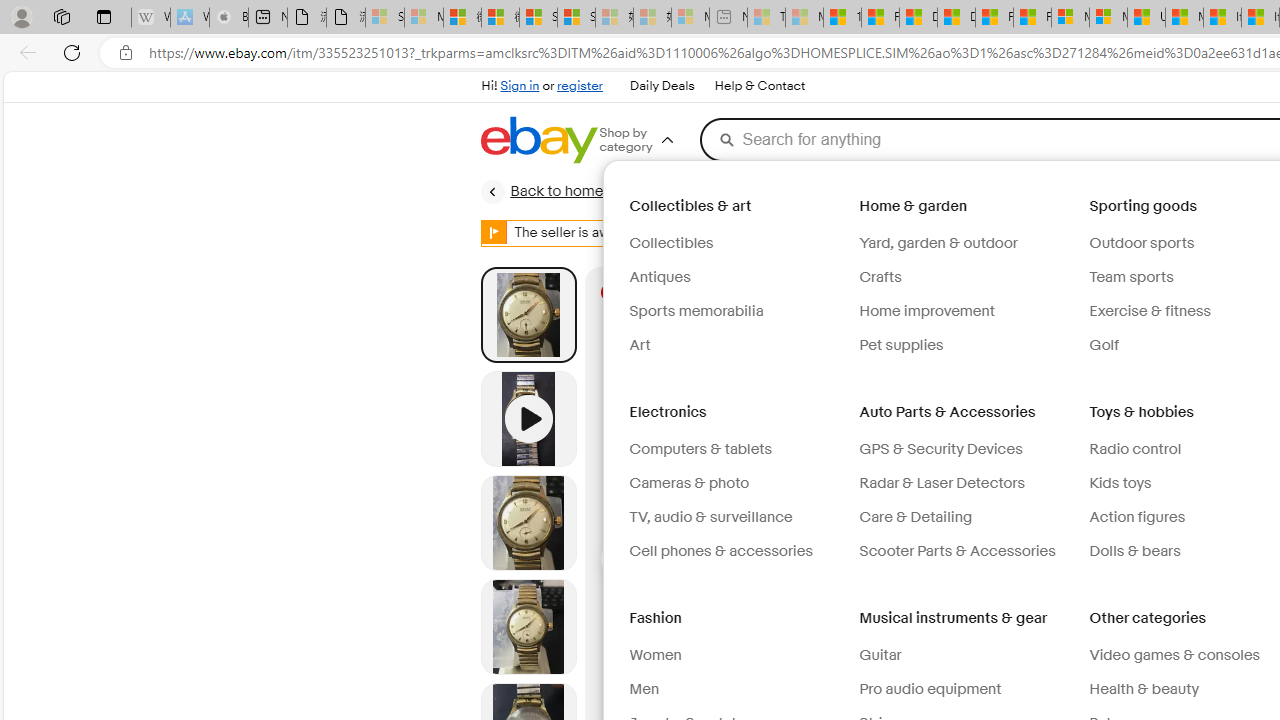 Image resolution: width=1280 pixels, height=720 pixels. What do you see at coordinates (735, 450) in the screenshot?
I see `'Computers & tablets'` at bounding box center [735, 450].